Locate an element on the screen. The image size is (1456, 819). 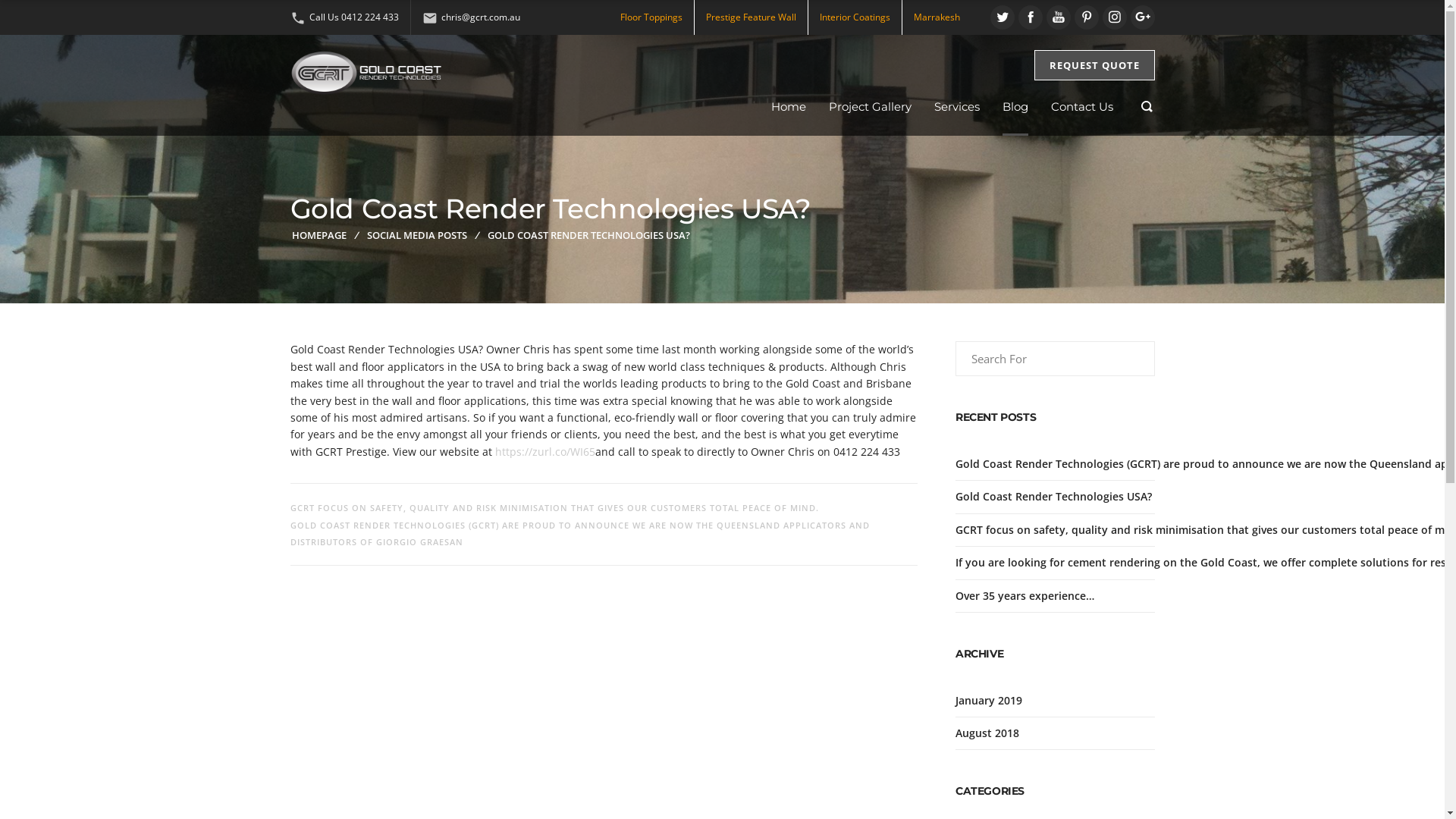
'REQUEST QUOTE' is located at coordinates (1094, 64).